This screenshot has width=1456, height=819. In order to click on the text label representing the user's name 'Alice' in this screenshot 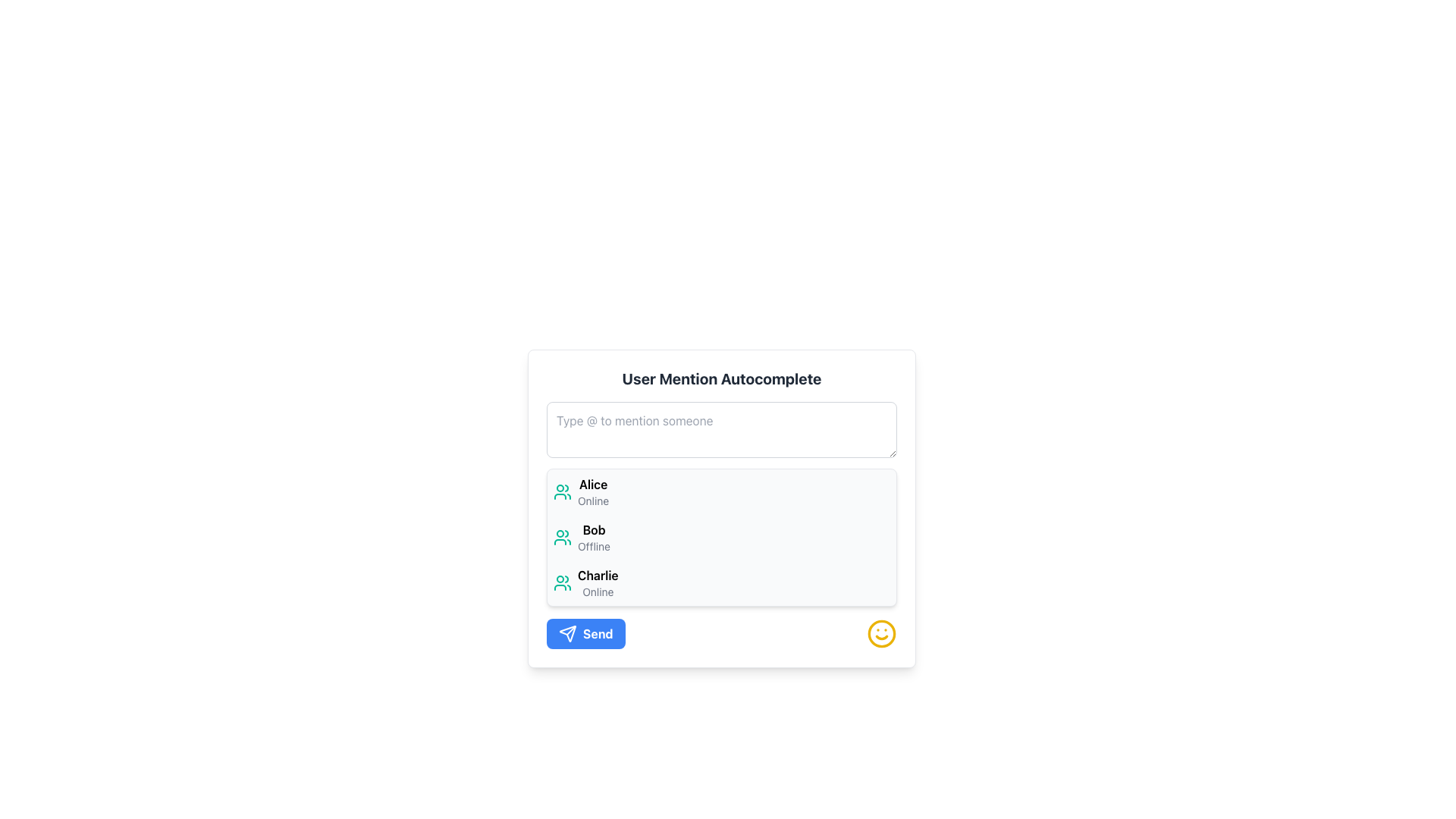, I will do `click(592, 485)`.